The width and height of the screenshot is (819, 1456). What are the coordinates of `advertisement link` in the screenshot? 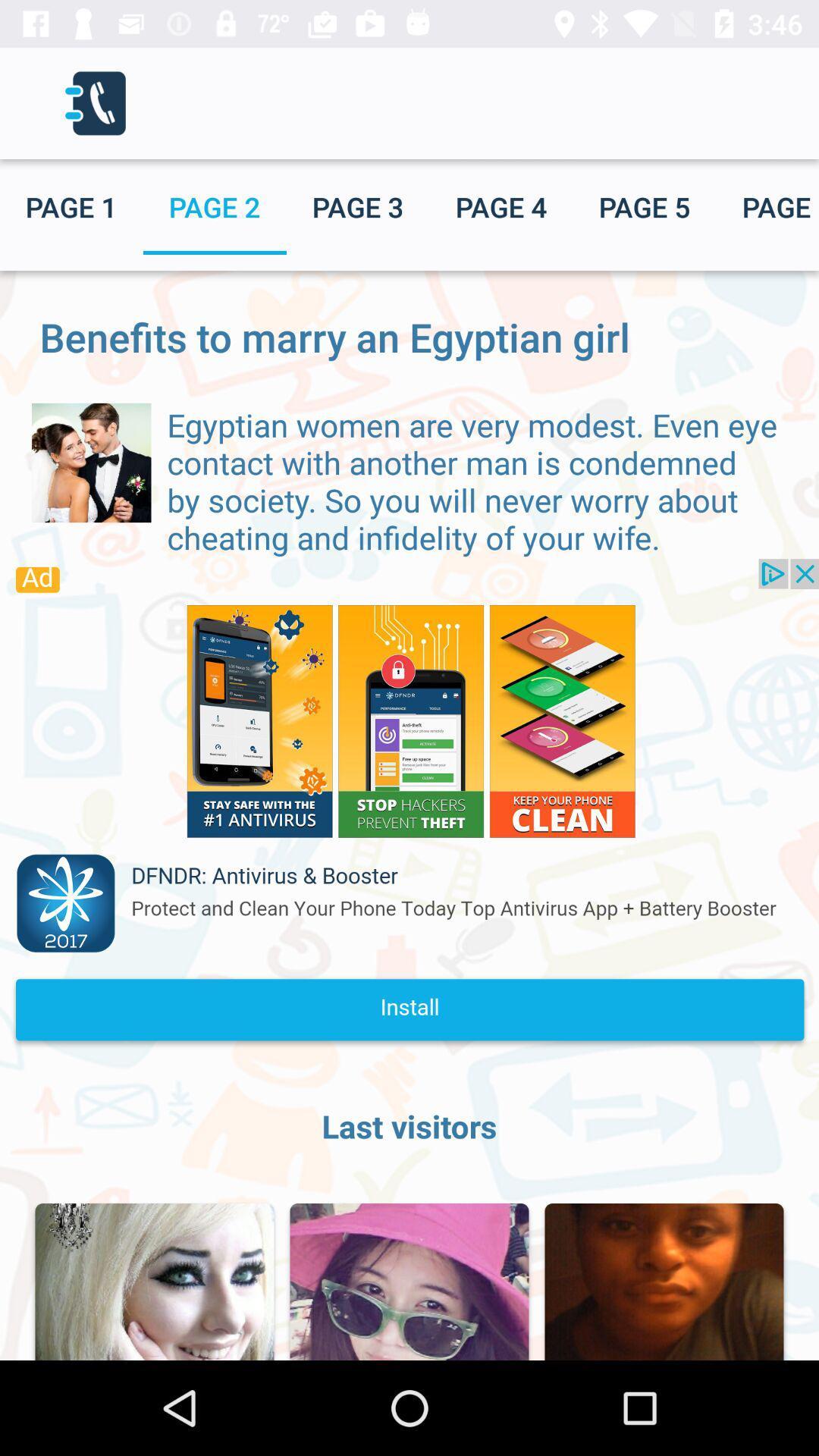 It's located at (409, 807).